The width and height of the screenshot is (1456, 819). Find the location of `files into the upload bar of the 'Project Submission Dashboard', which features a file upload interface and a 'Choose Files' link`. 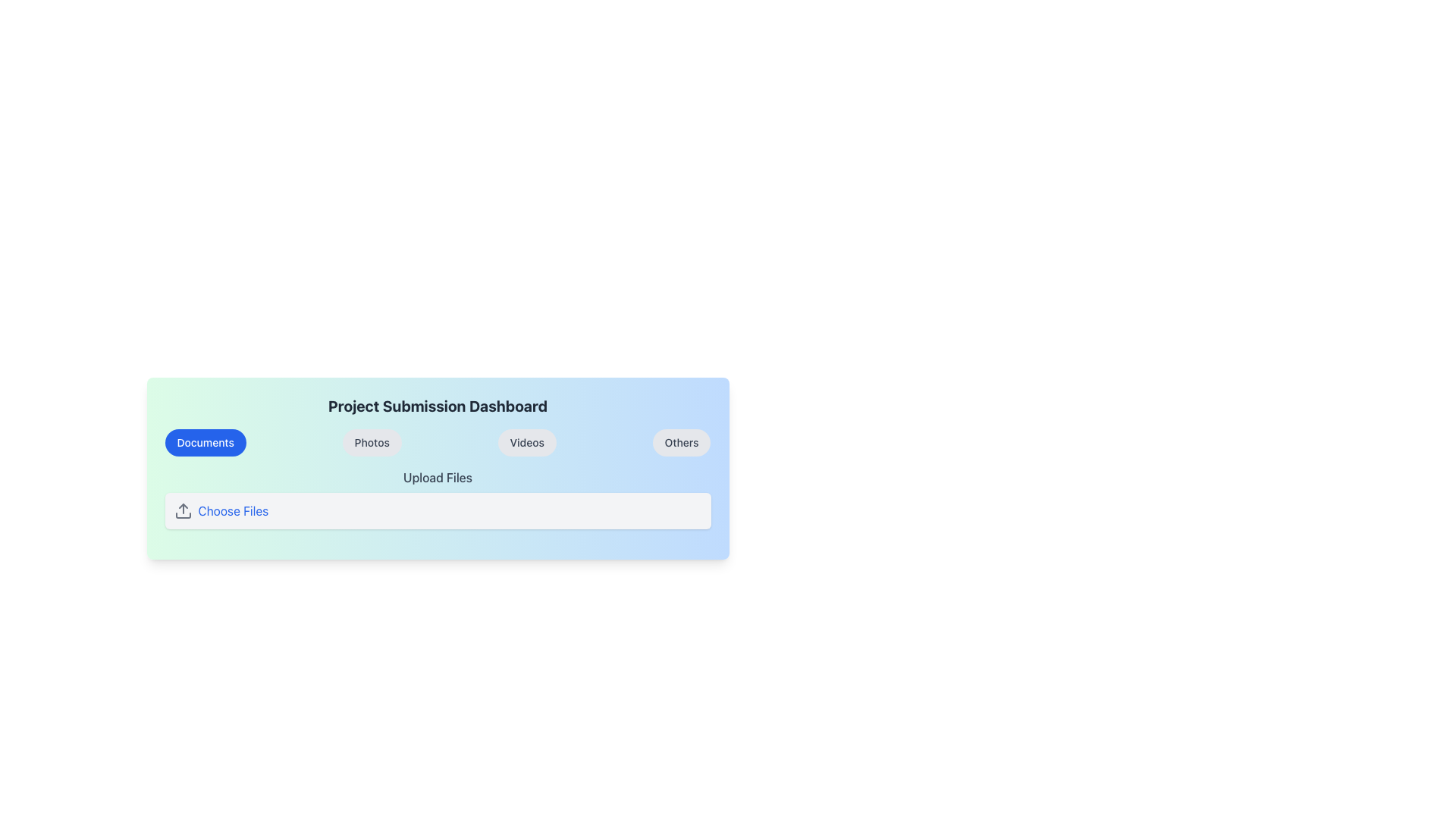

files into the upload bar of the 'Project Submission Dashboard', which features a file upload interface and a 'Choose Files' link is located at coordinates (437, 467).